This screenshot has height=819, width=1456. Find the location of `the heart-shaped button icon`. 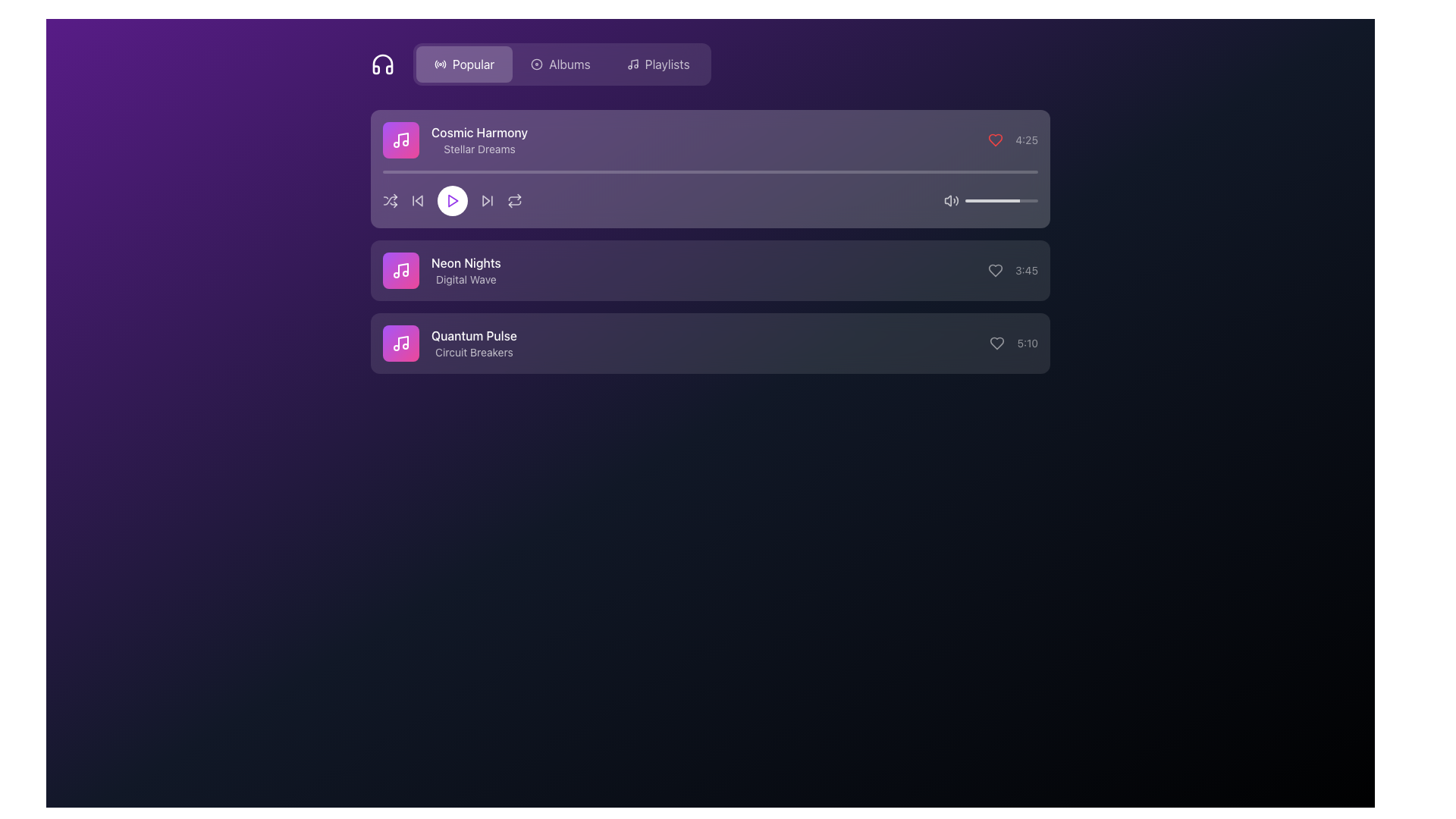

the heart-shaped button icon is located at coordinates (997, 343).